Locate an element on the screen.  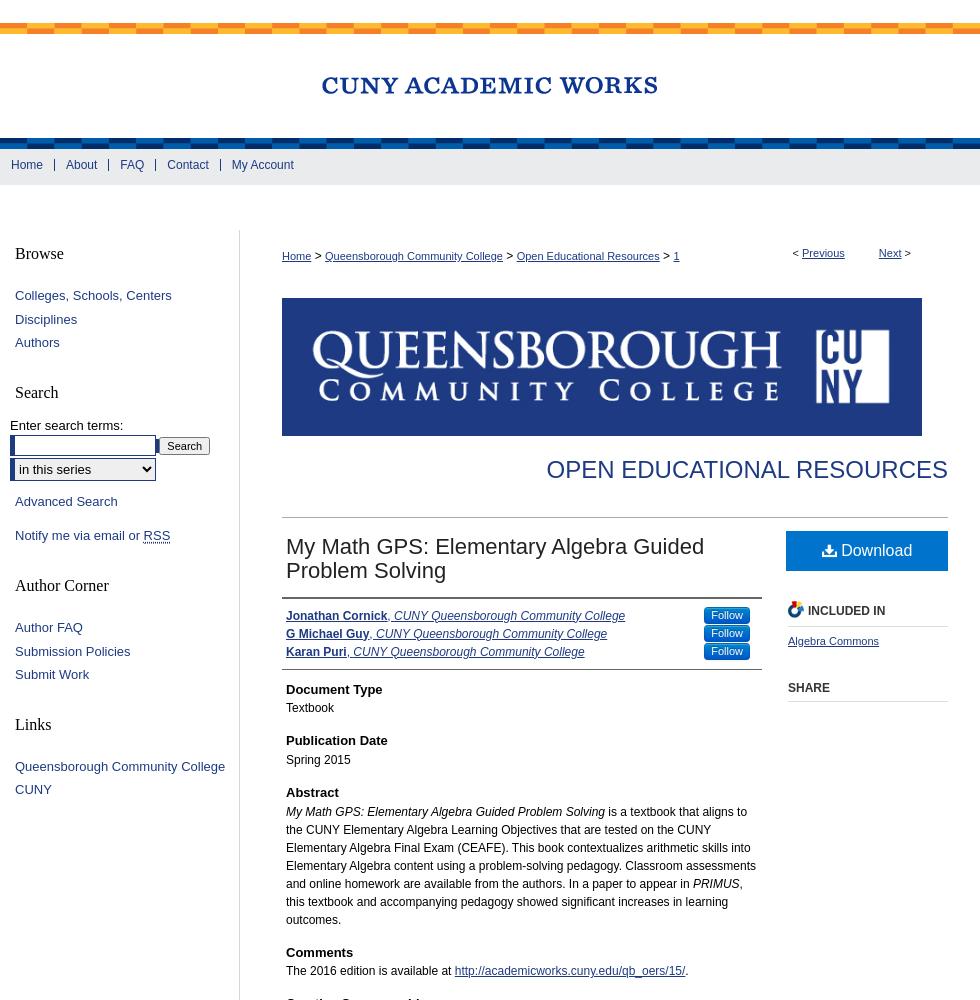
'Spring 2015' is located at coordinates (318, 759).